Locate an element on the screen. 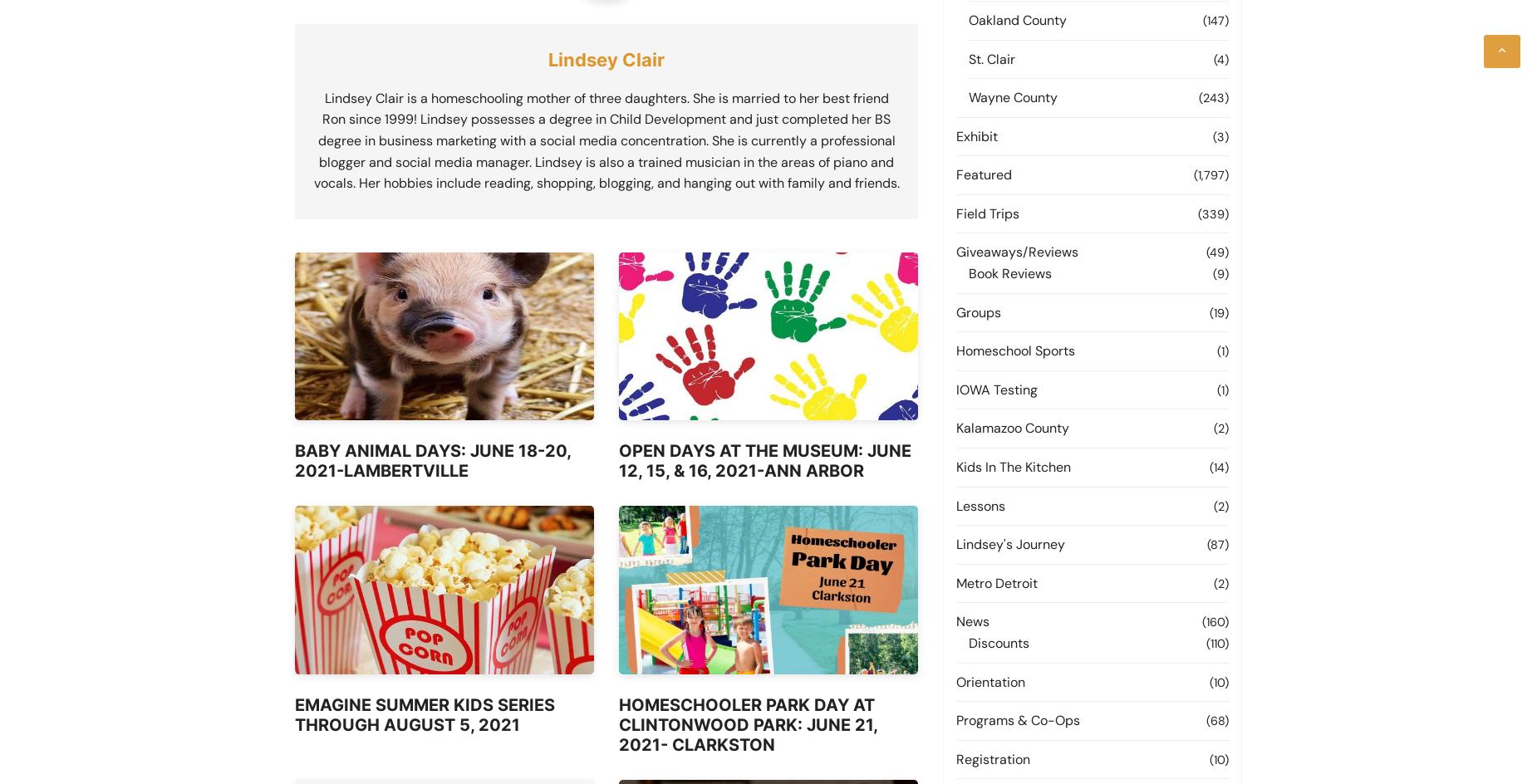  'Wayne County' is located at coordinates (1012, 96).